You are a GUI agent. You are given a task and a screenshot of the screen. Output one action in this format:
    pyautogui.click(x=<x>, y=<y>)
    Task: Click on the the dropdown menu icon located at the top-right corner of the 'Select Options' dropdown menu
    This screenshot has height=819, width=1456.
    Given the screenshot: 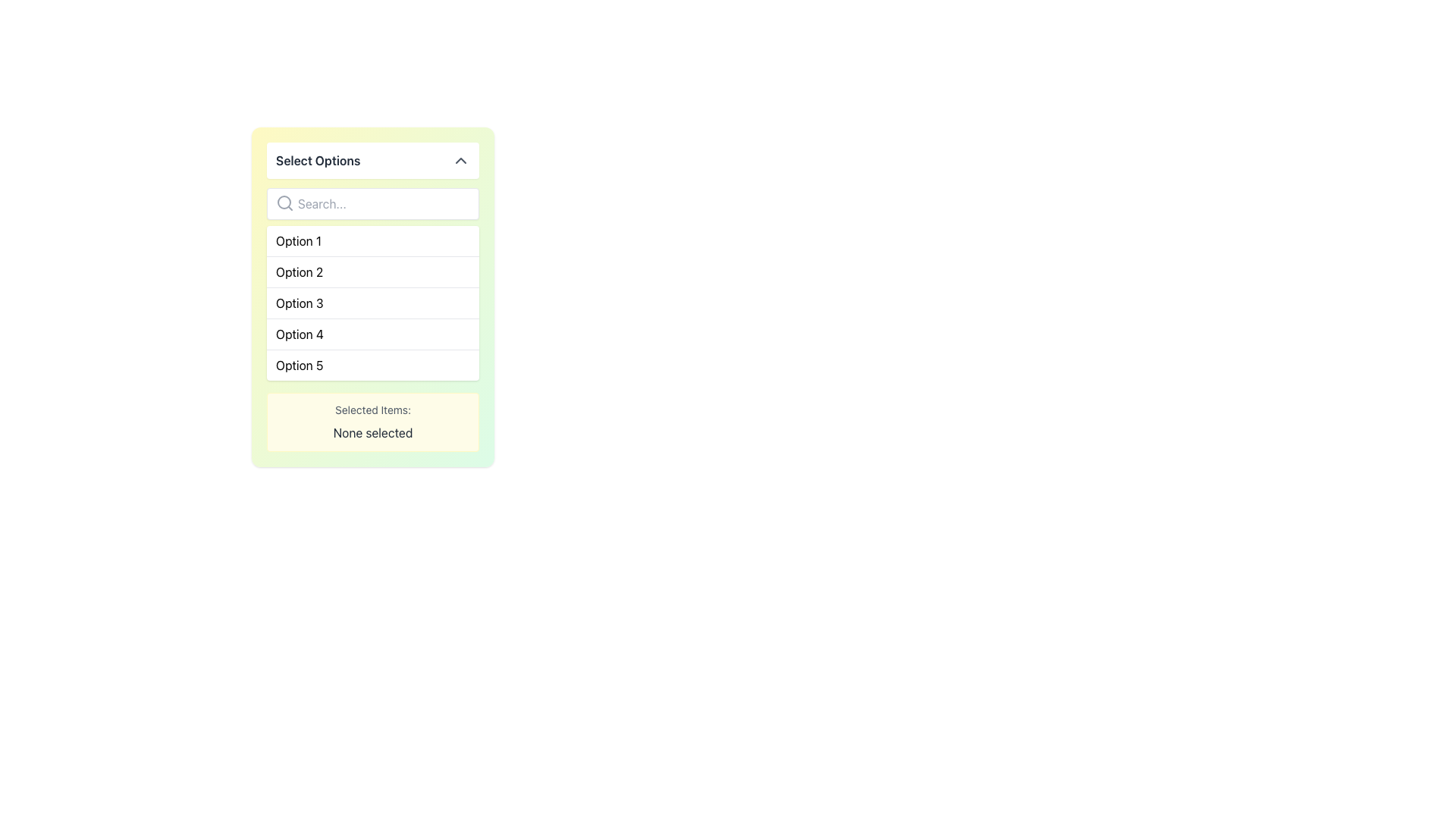 What is the action you would take?
    pyautogui.click(x=460, y=161)
    